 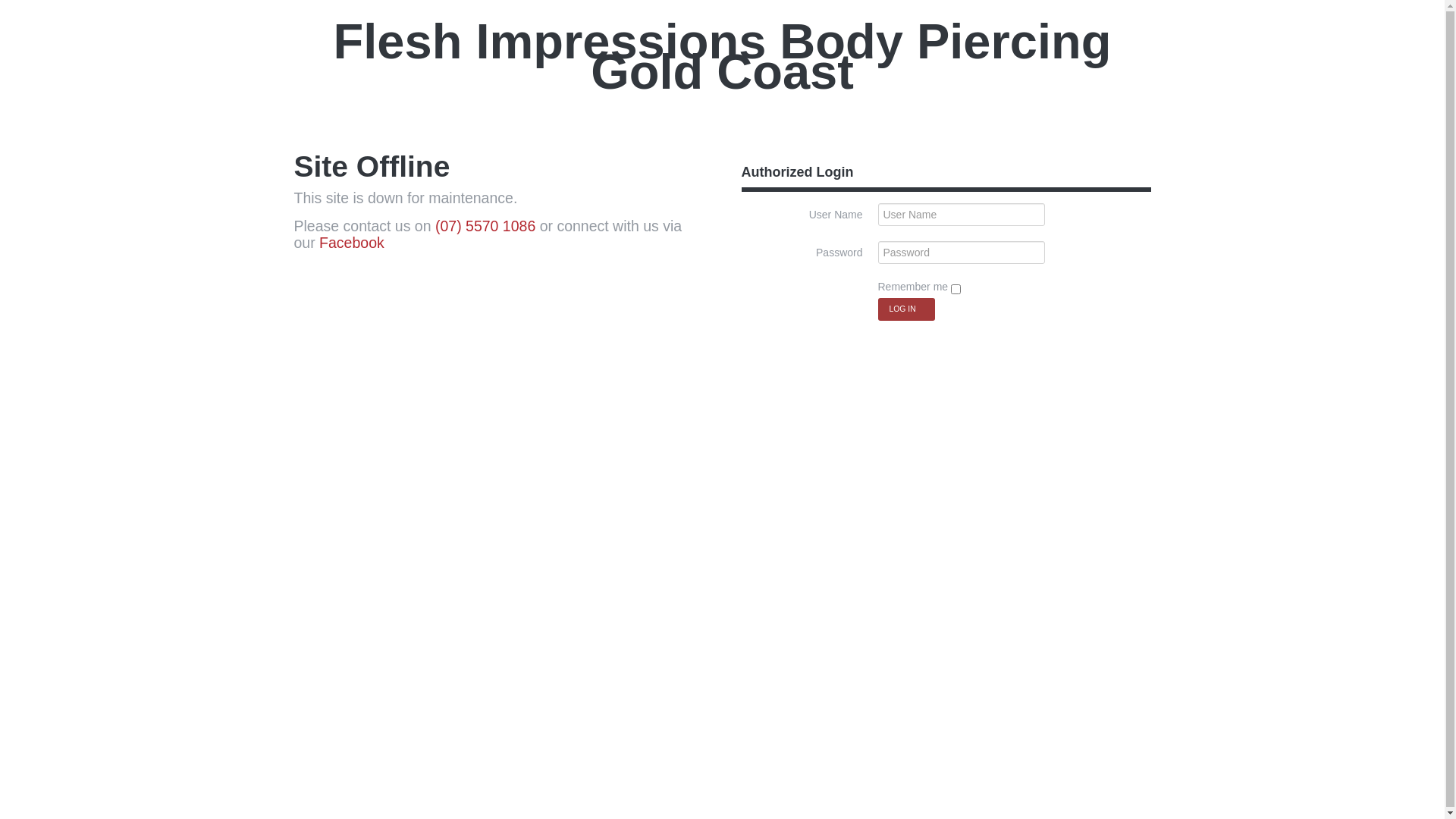 I want to click on 'Log in', so click(x=877, y=309).